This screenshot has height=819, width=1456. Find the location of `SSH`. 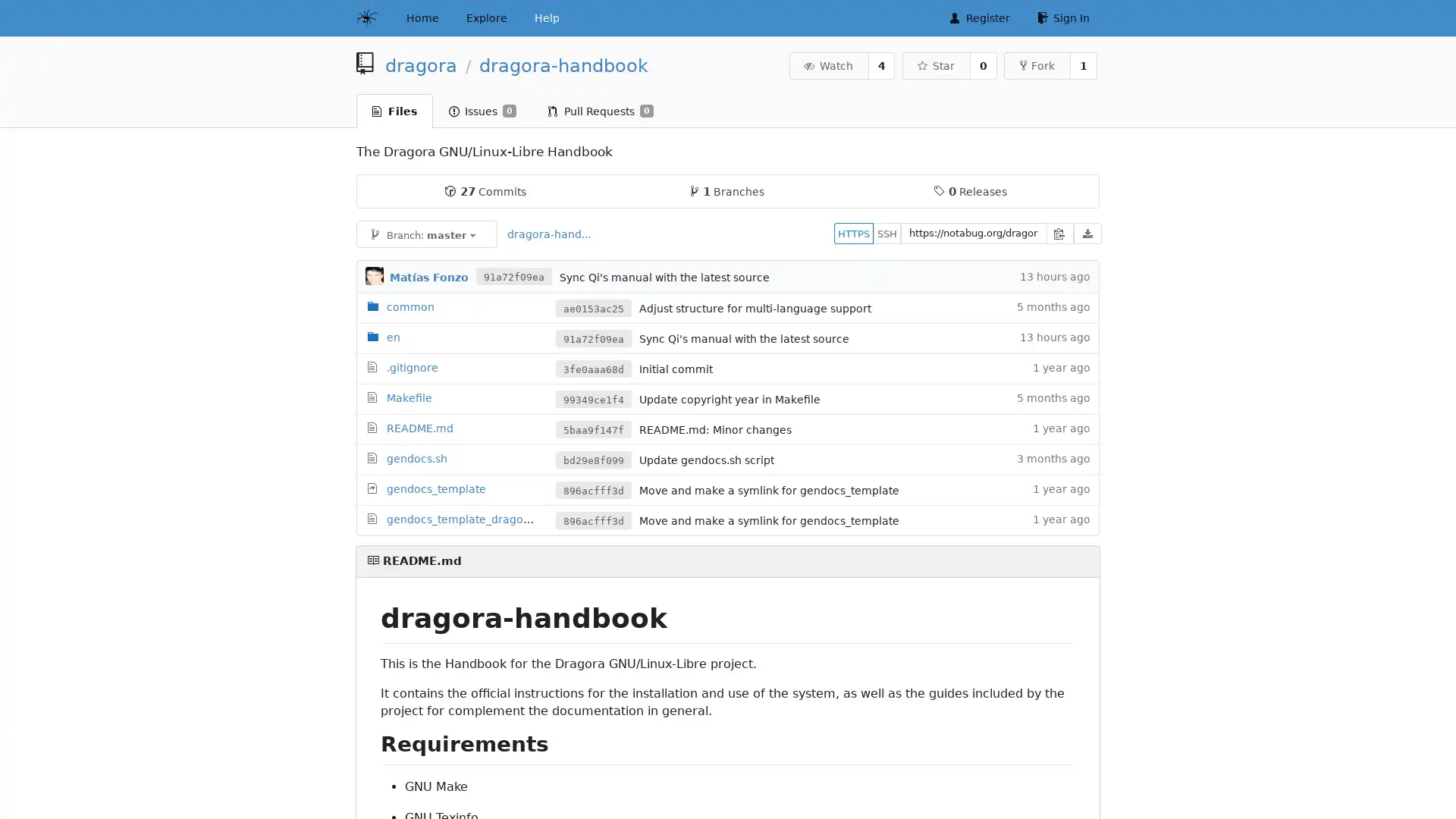

SSH is located at coordinates (887, 233).